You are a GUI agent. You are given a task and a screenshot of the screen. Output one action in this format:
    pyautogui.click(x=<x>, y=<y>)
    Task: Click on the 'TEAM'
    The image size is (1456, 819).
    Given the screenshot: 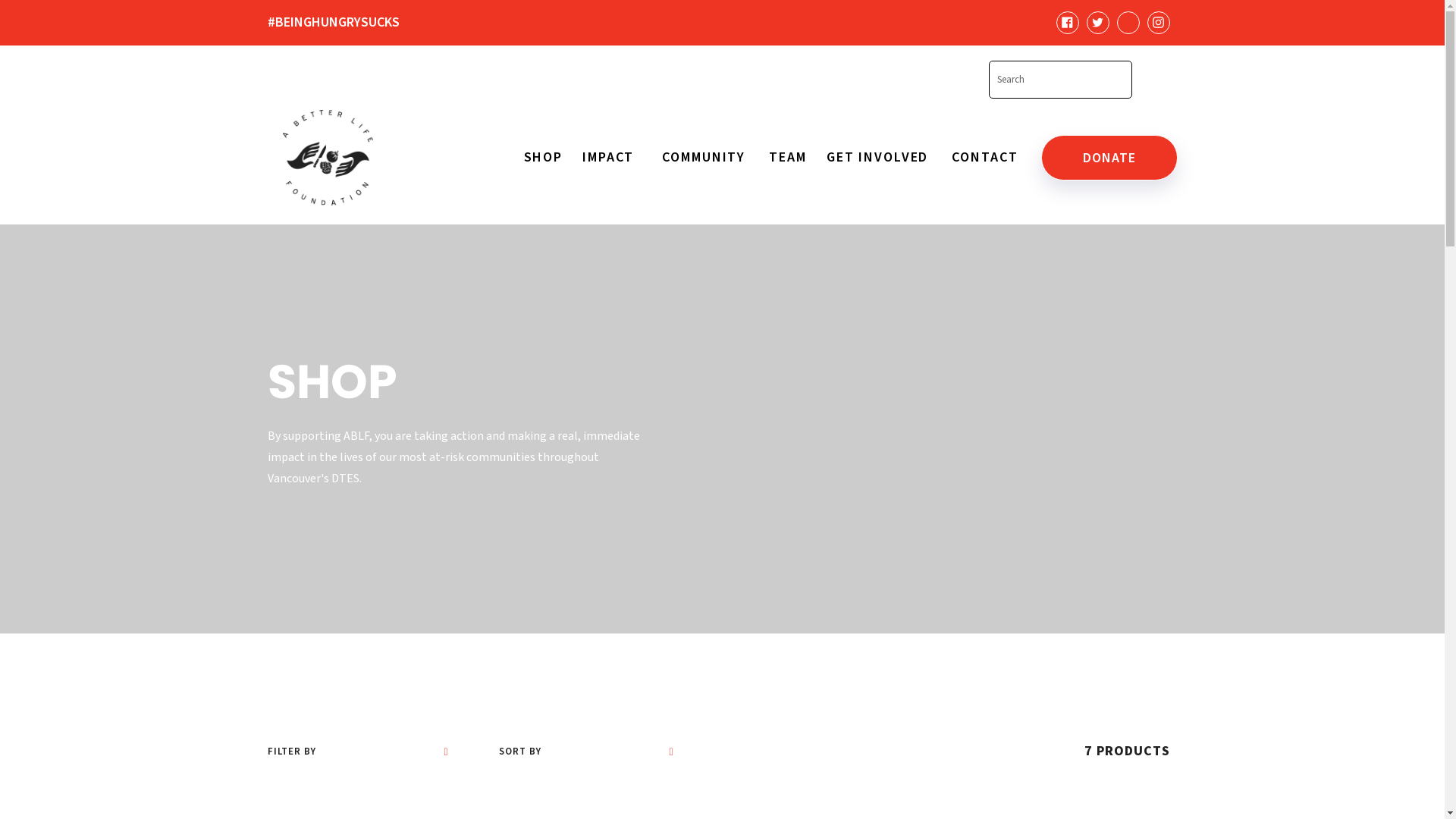 What is the action you would take?
    pyautogui.click(x=787, y=158)
    